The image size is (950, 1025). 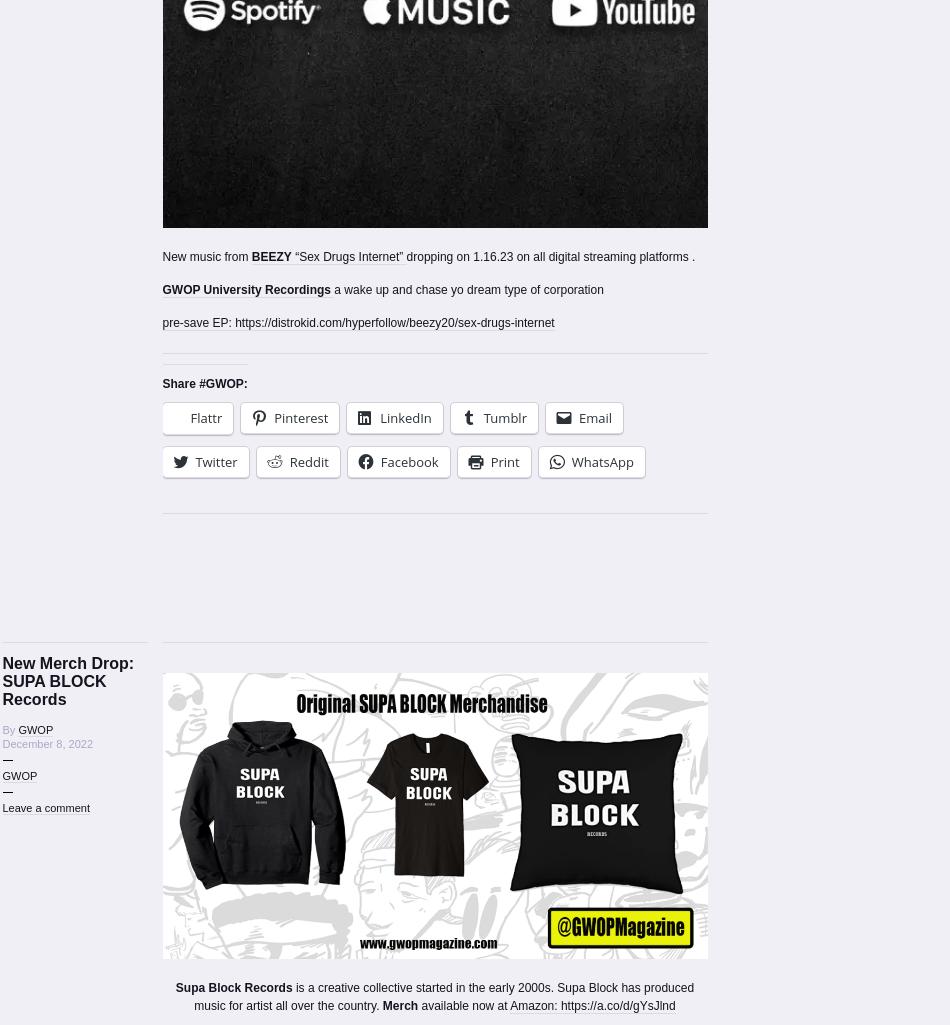 I want to click on 'pre-save EP: https://distrokid.com/hyperfollow/beezy20/sex-drugs-internet', so click(x=161, y=321).